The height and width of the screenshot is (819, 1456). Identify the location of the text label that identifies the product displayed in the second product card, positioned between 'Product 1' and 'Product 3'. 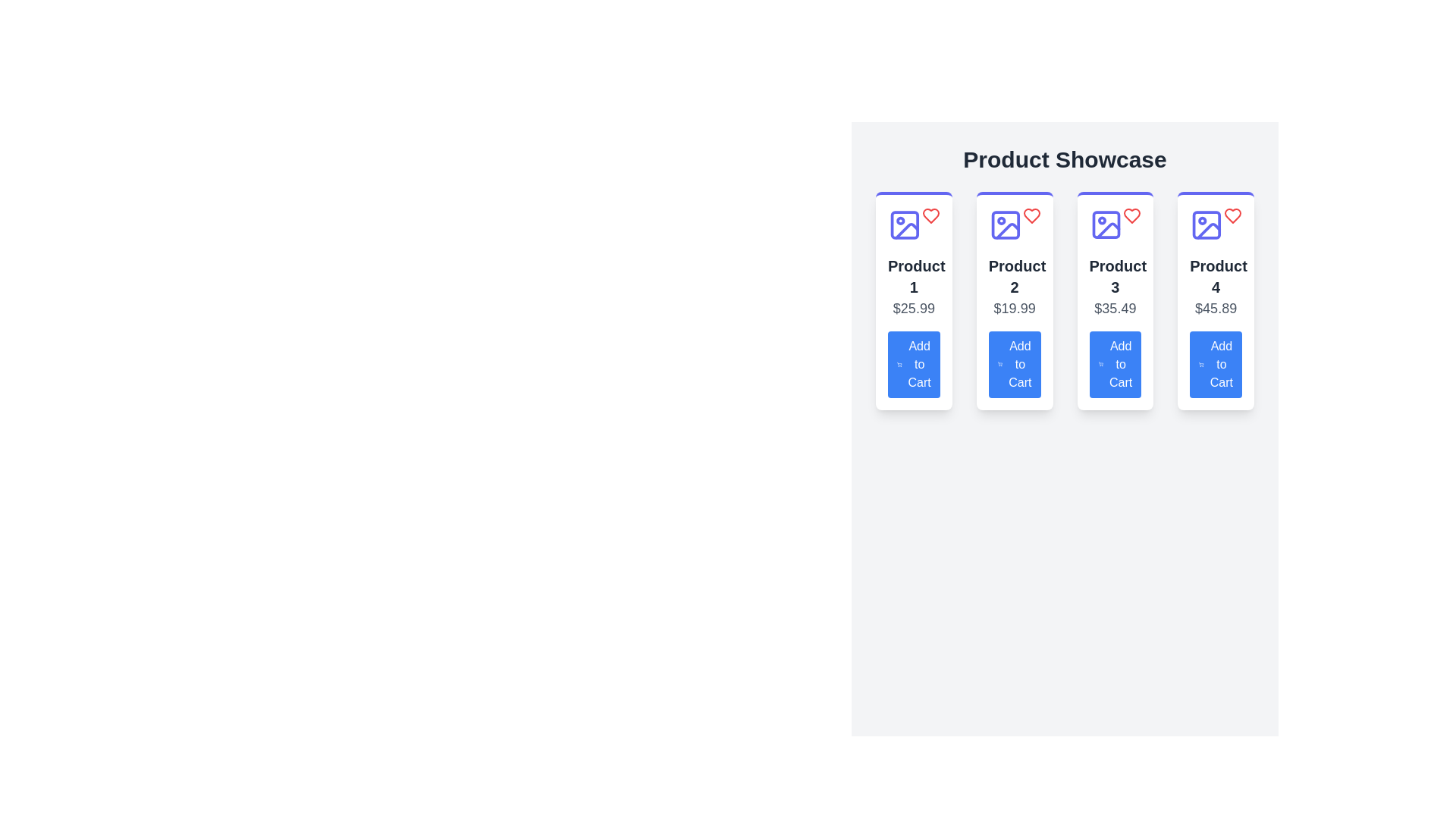
(1015, 277).